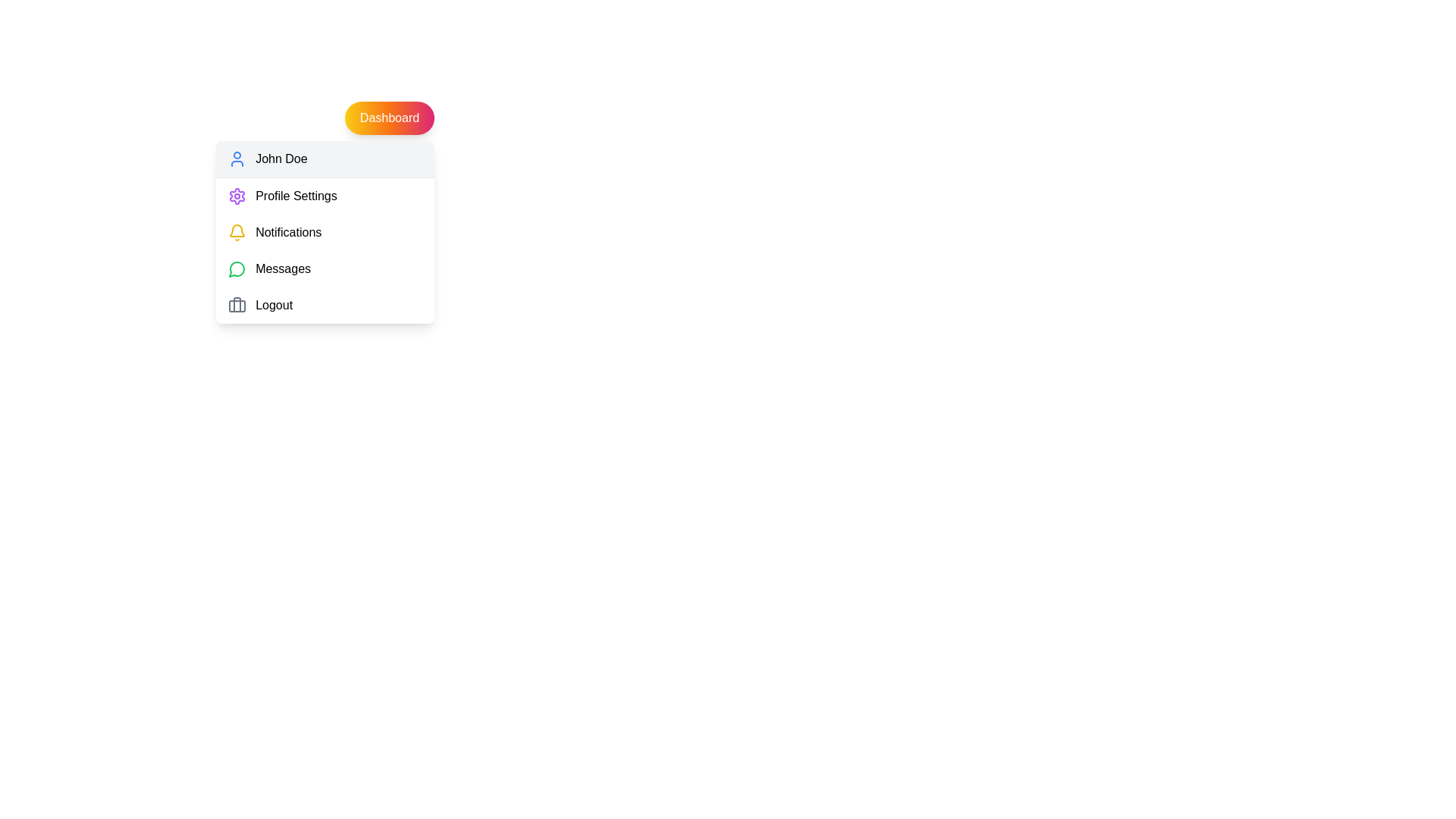 This screenshot has height=819, width=1456. Describe the element at coordinates (324, 195) in the screenshot. I see `the 'Profile Settings' button` at that location.